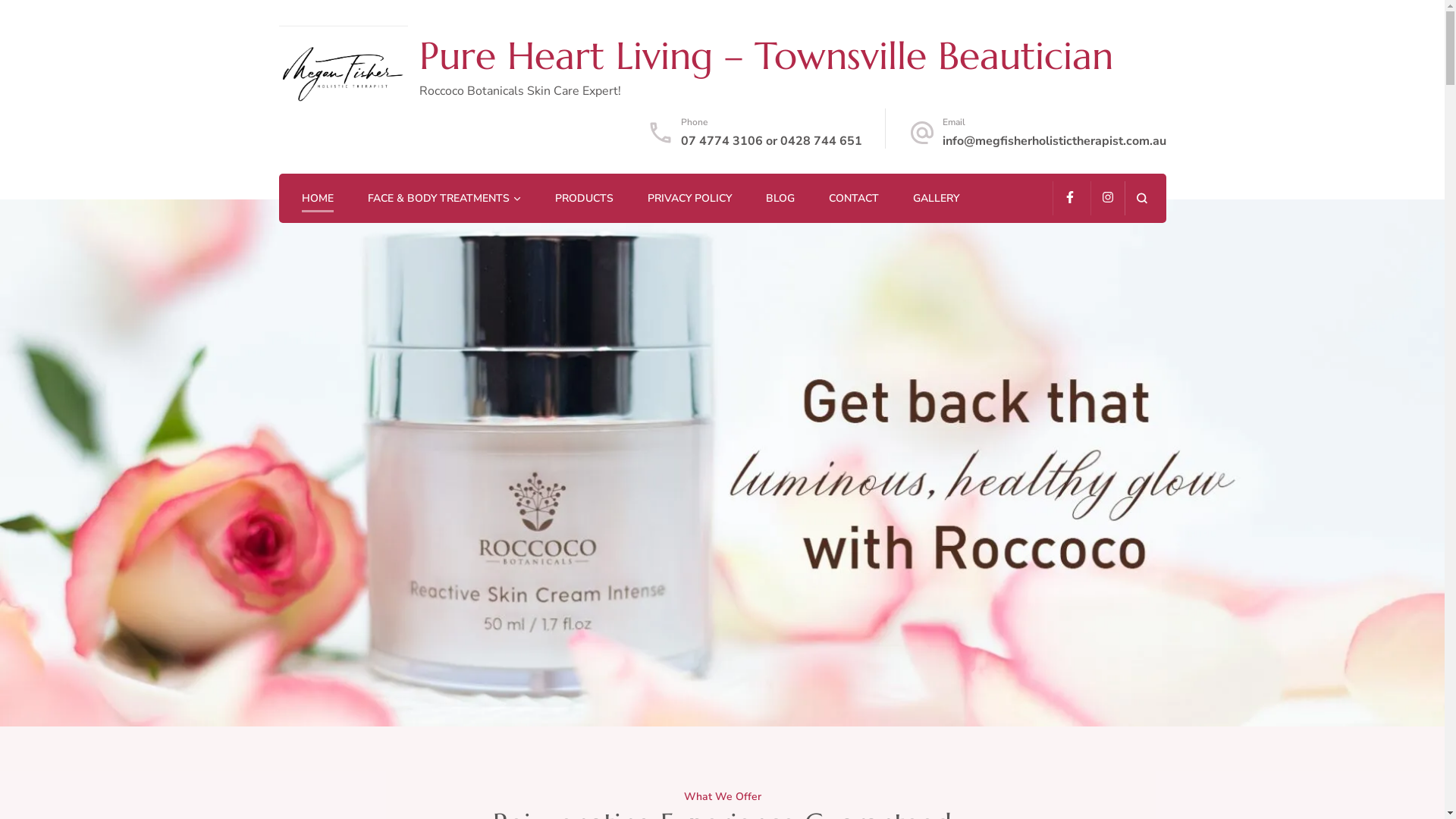 This screenshot has height=819, width=1456. What do you see at coordinates (316, 198) in the screenshot?
I see `'HOME'` at bounding box center [316, 198].